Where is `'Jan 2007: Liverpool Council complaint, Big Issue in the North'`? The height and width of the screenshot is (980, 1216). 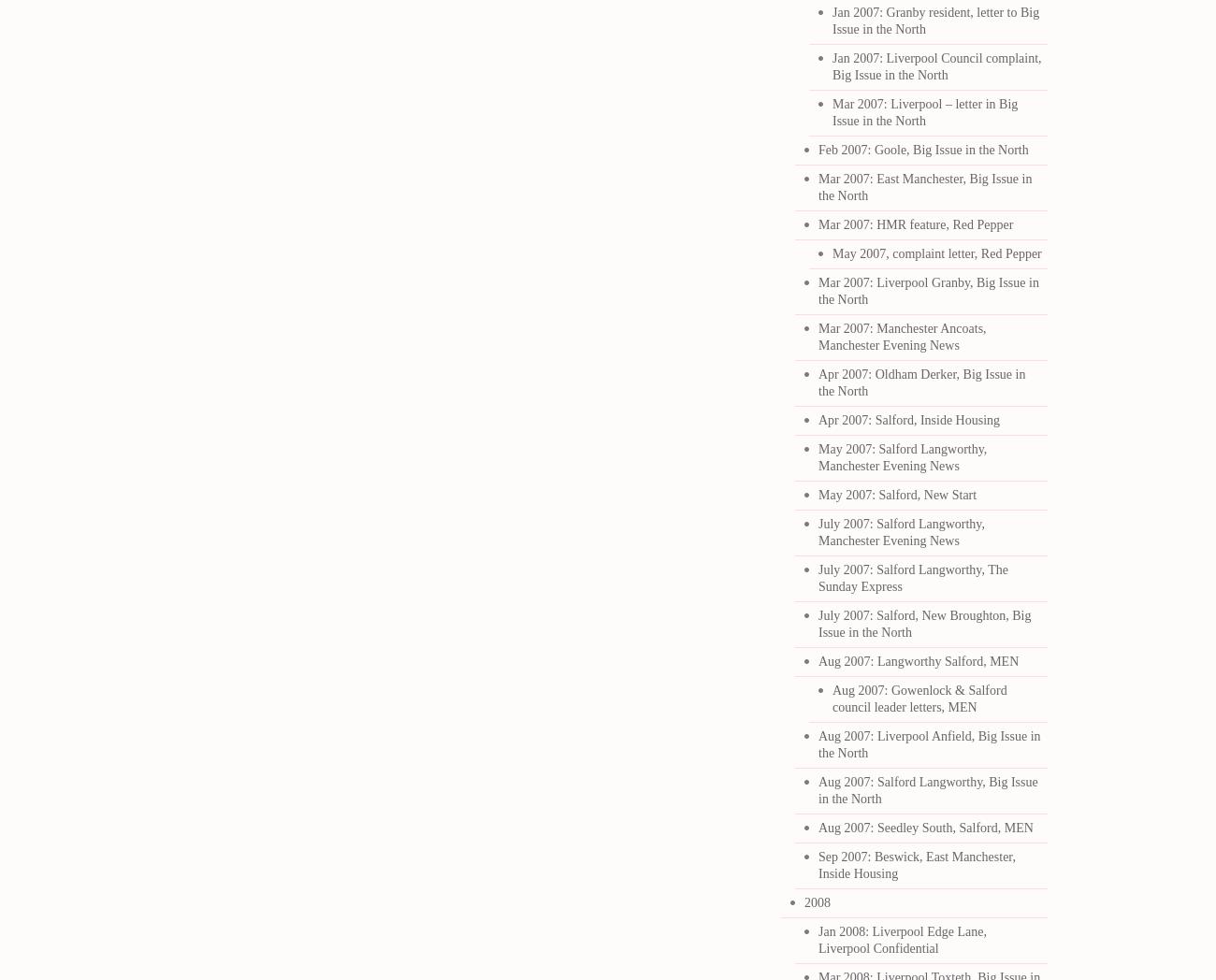
'Jan 2007: Liverpool Council complaint, Big Issue in the North' is located at coordinates (935, 66).